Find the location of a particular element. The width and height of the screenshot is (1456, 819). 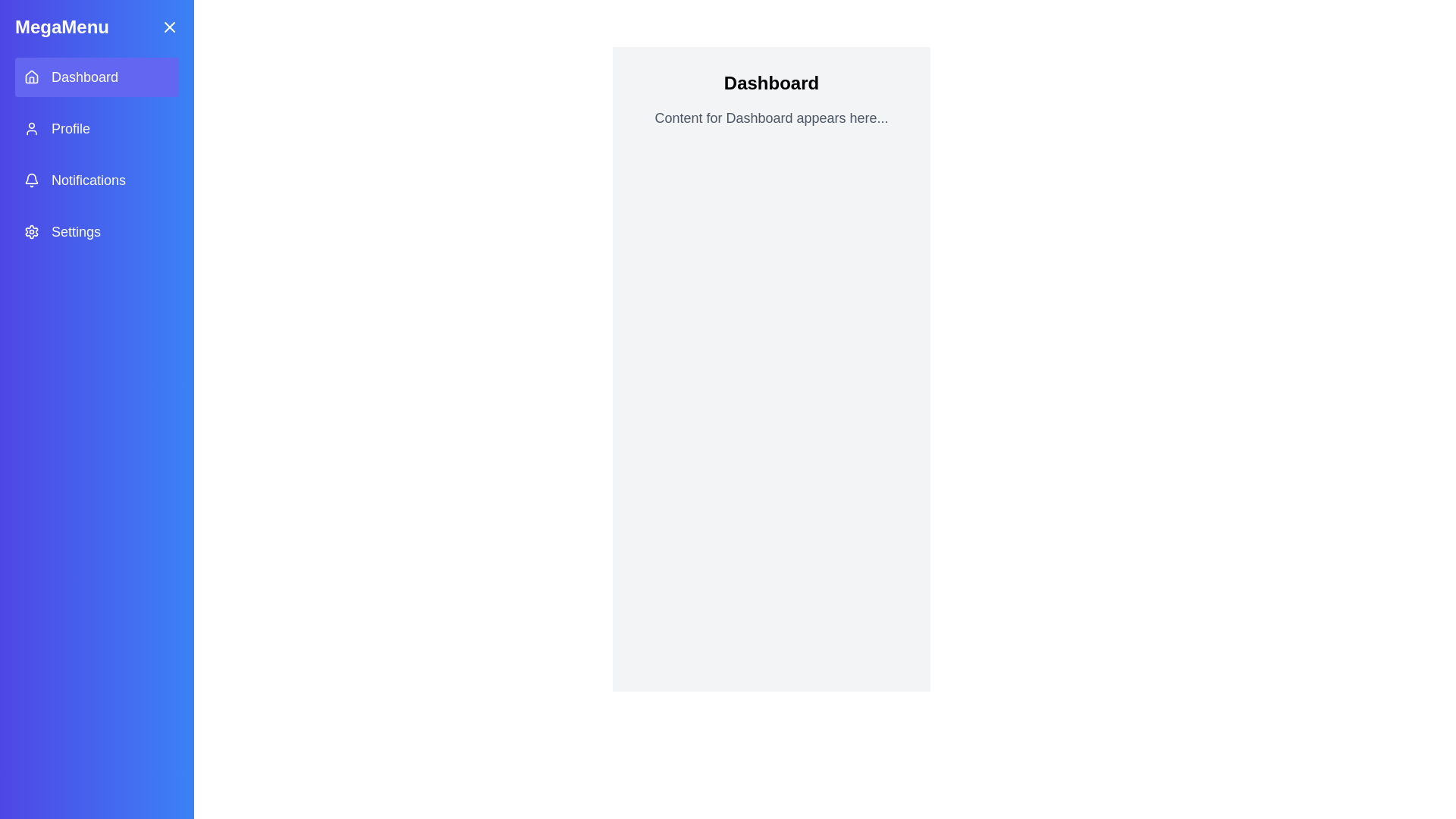

the bell icon located to the left of the 'Notifications' menu item is located at coordinates (32, 180).